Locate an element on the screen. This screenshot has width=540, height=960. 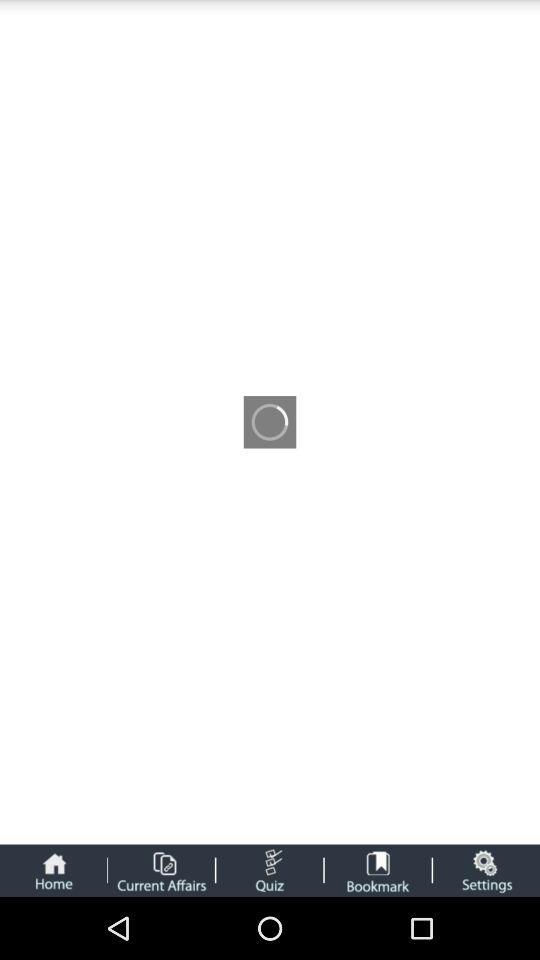
quiz is located at coordinates (269, 869).